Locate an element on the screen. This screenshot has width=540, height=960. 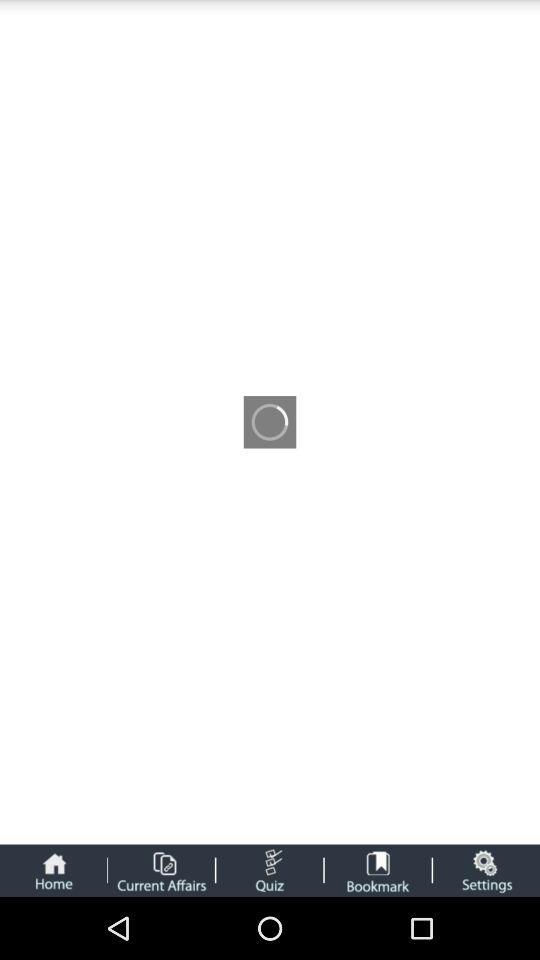
quiz is located at coordinates (269, 869).